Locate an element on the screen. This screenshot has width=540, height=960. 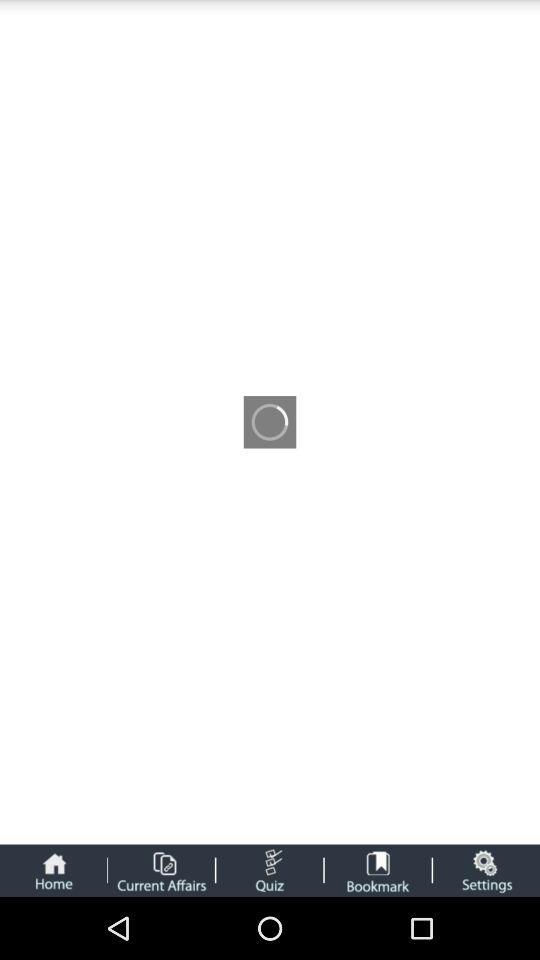
quiz is located at coordinates (269, 869).